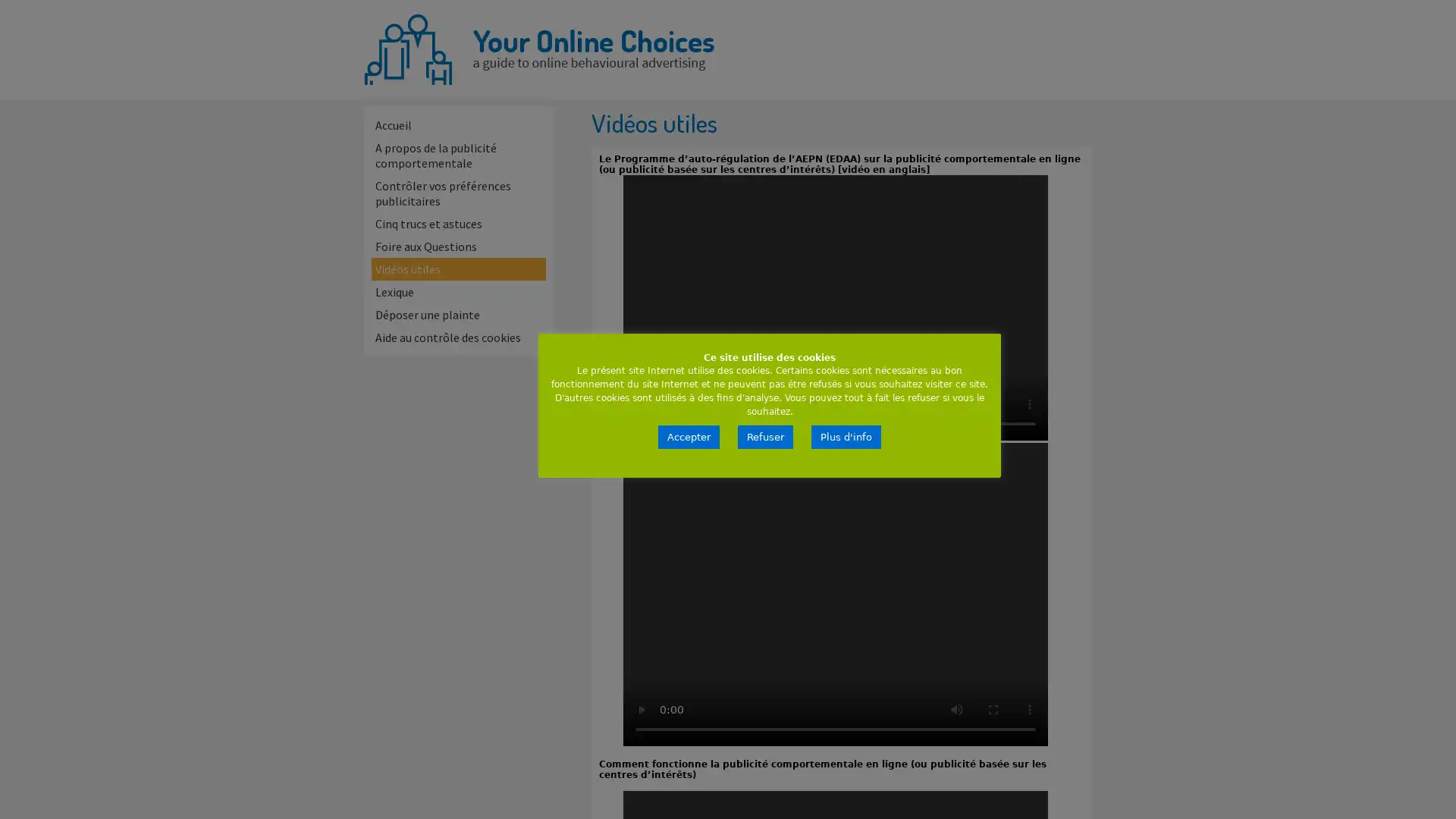  What do you see at coordinates (956, 710) in the screenshot?
I see `mute` at bounding box center [956, 710].